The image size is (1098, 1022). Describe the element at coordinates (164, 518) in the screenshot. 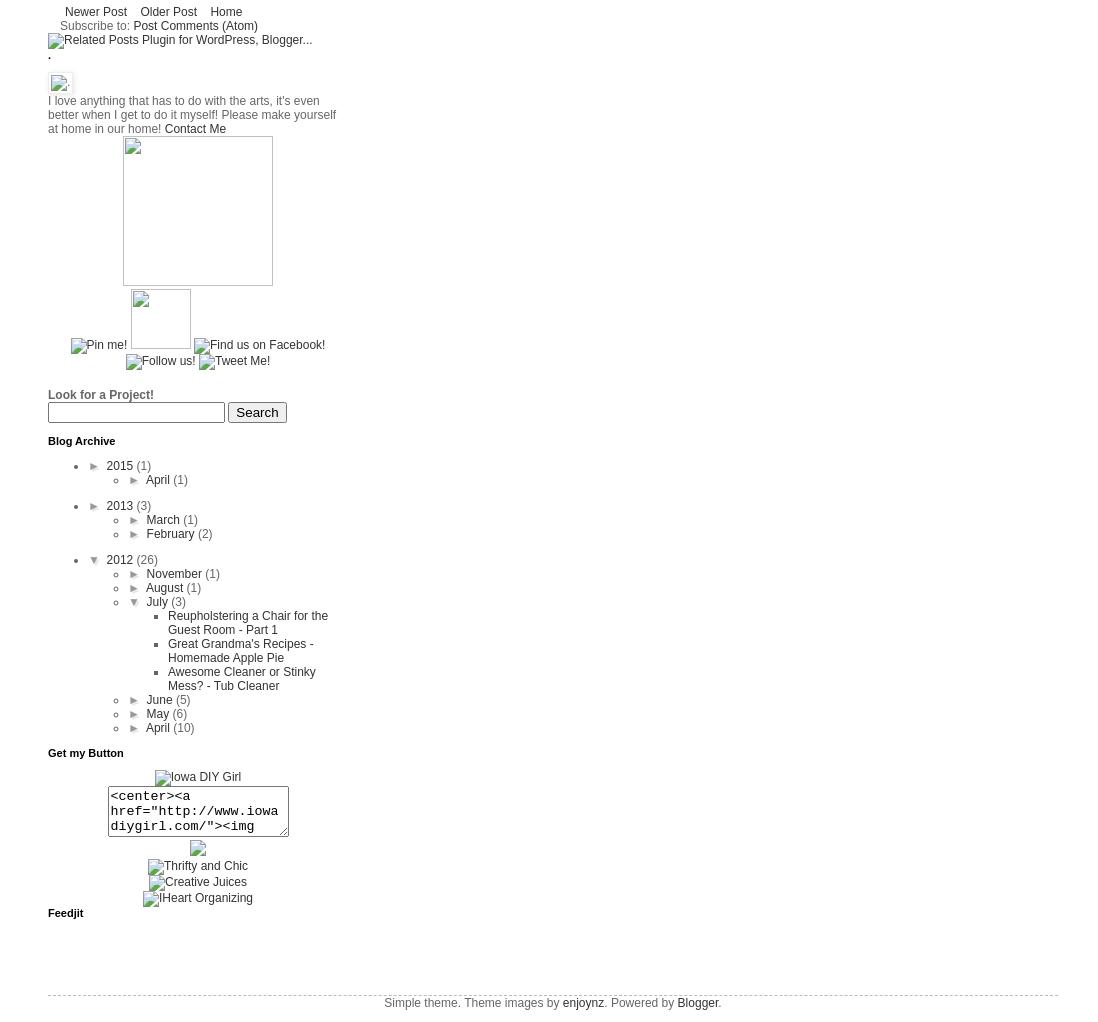

I see `'March'` at that location.